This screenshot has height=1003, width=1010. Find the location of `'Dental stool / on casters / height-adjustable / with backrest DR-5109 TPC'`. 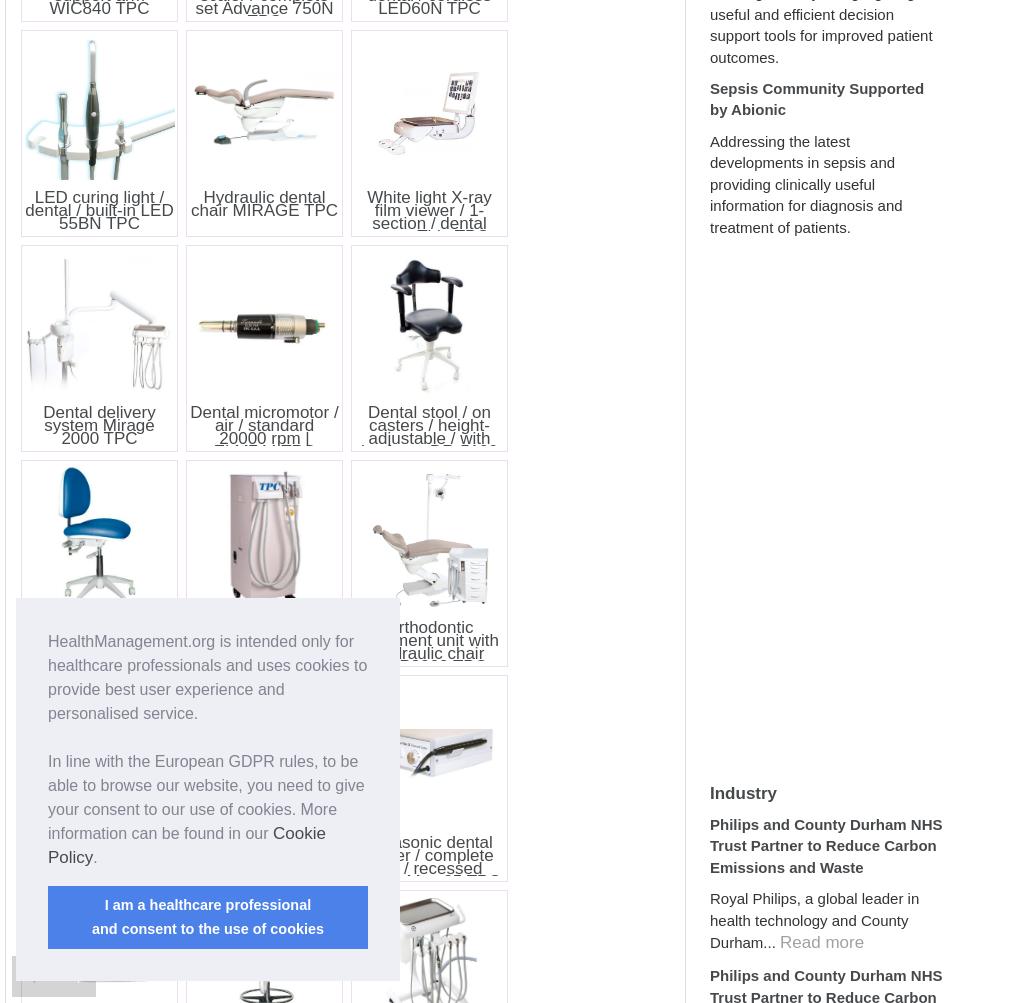

'Dental stool / on casters / height-adjustable / with backrest DR-5109 TPC' is located at coordinates (429, 437).